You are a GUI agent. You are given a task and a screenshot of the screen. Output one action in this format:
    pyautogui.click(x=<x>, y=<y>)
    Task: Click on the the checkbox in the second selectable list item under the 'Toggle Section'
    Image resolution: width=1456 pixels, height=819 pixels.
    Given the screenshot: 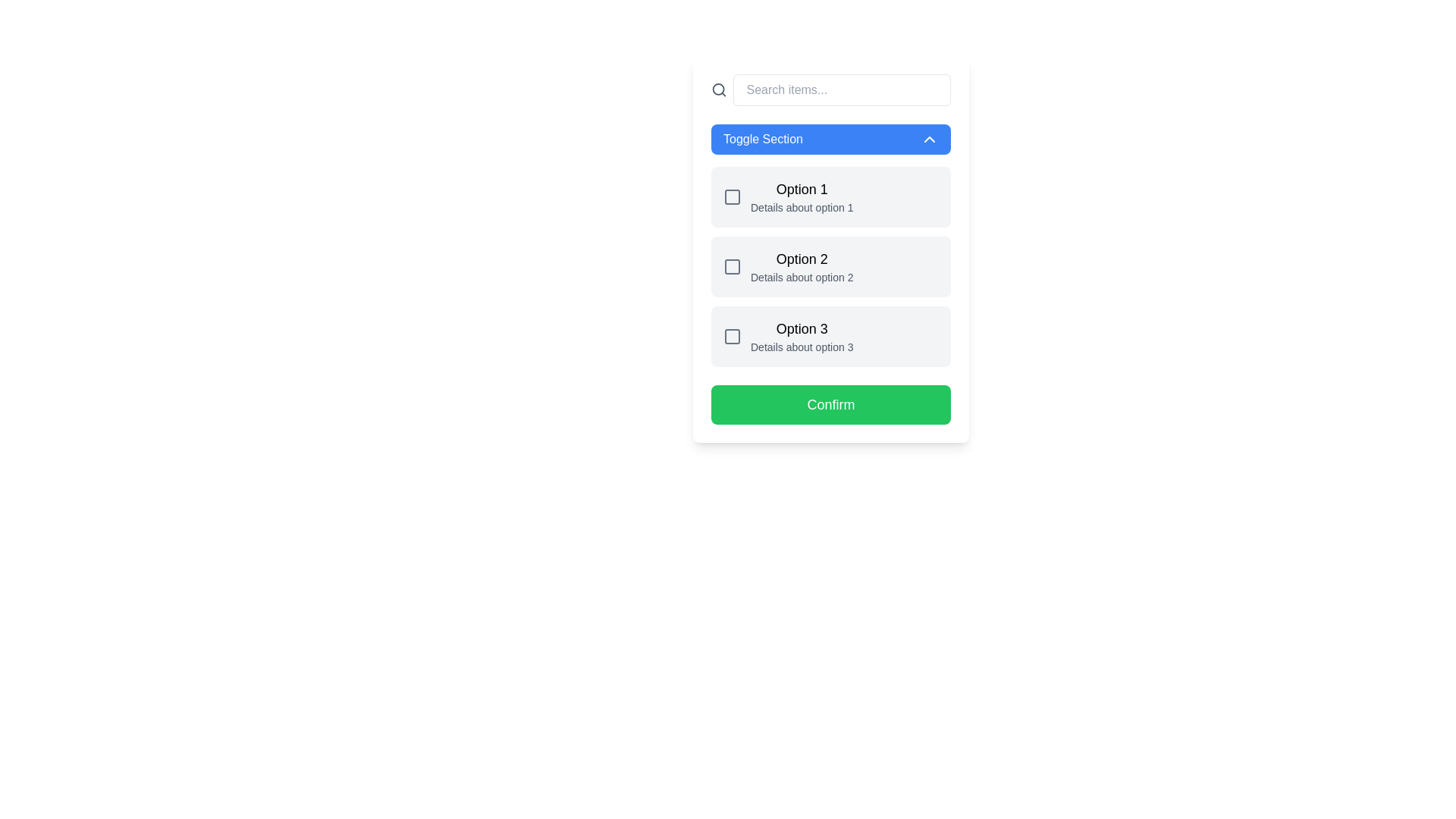 What is the action you would take?
    pyautogui.click(x=787, y=265)
    